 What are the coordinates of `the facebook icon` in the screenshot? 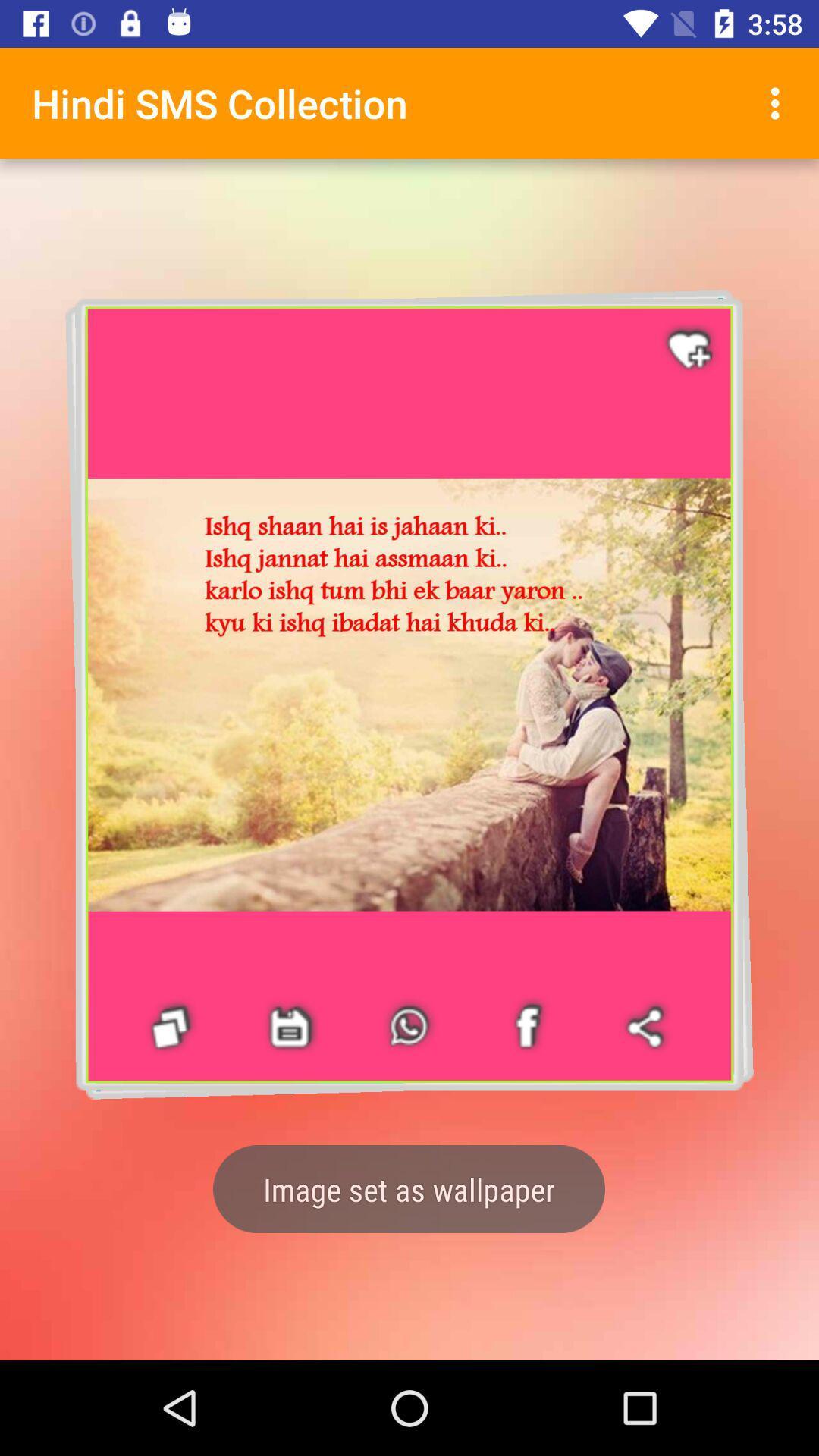 It's located at (527, 1027).